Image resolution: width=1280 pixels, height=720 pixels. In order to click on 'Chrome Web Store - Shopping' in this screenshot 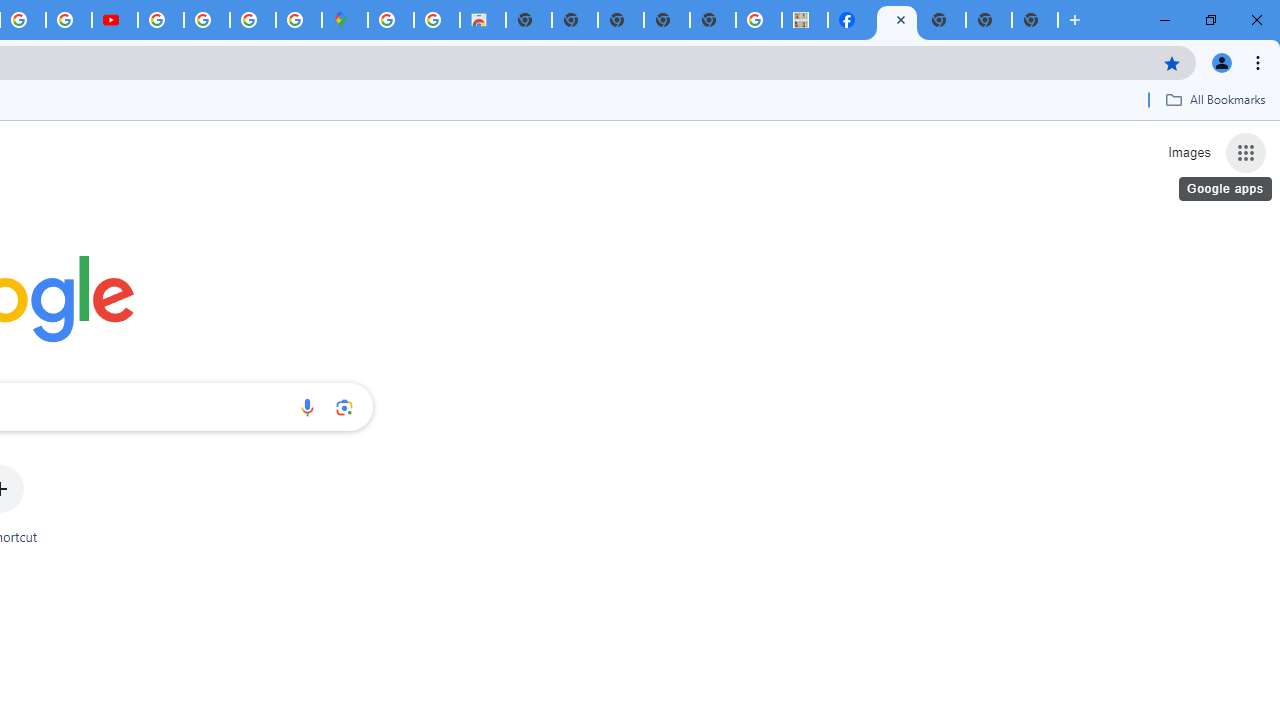, I will do `click(482, 20)`.